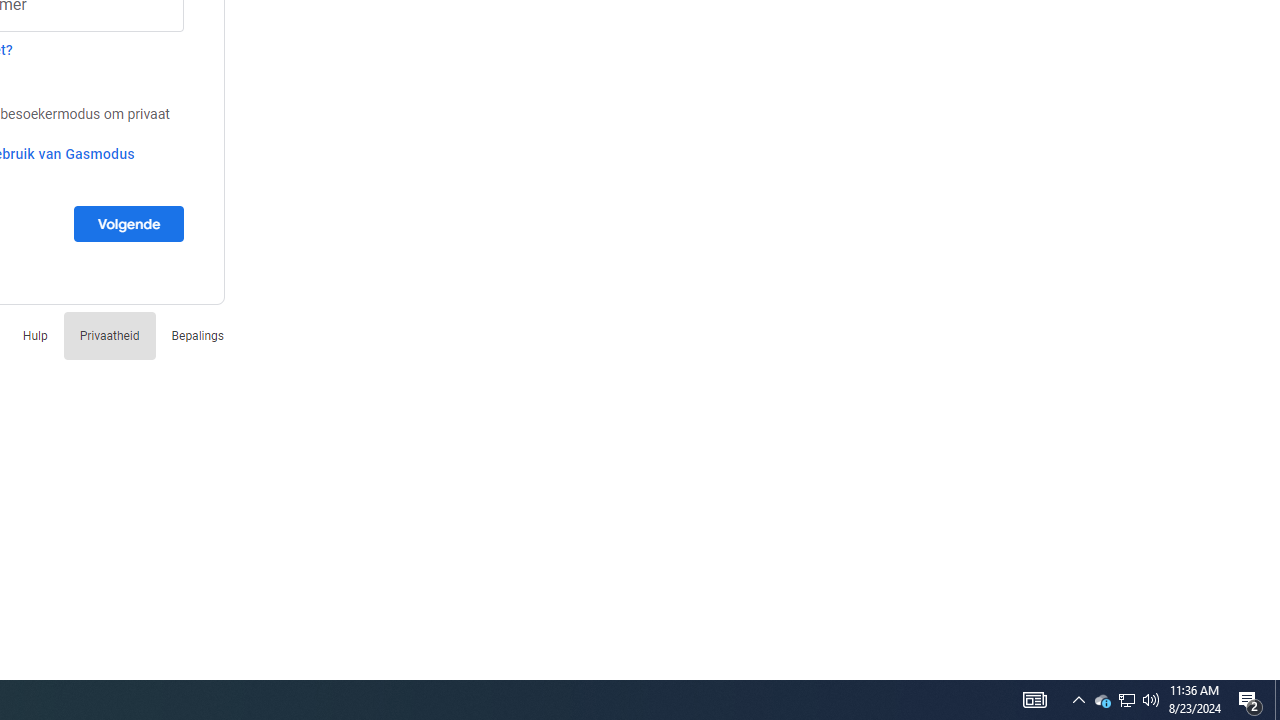  I want to click on 'Volgende', so click(127, 223).